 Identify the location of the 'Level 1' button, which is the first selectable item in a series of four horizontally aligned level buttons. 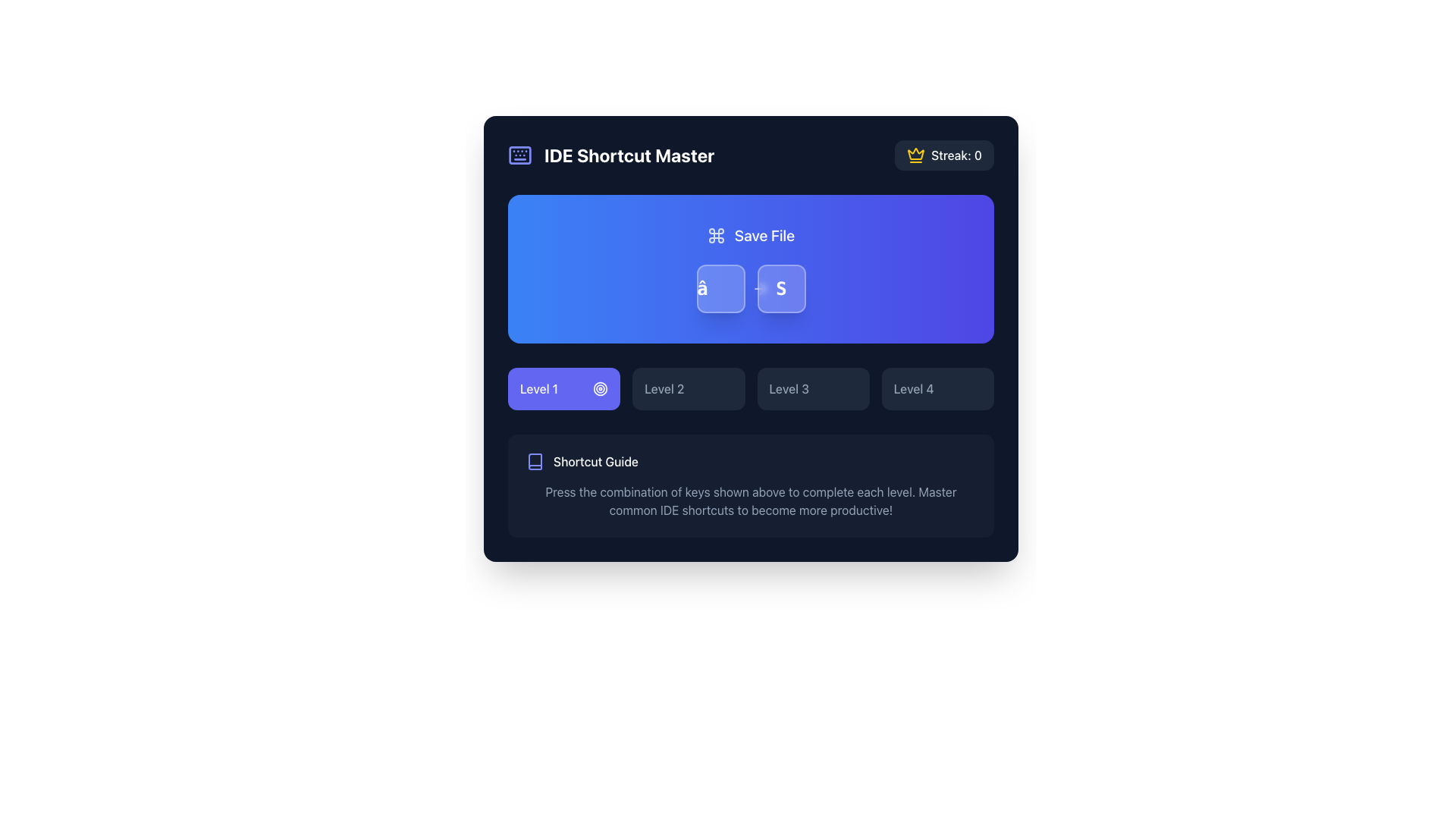
(563, 388).